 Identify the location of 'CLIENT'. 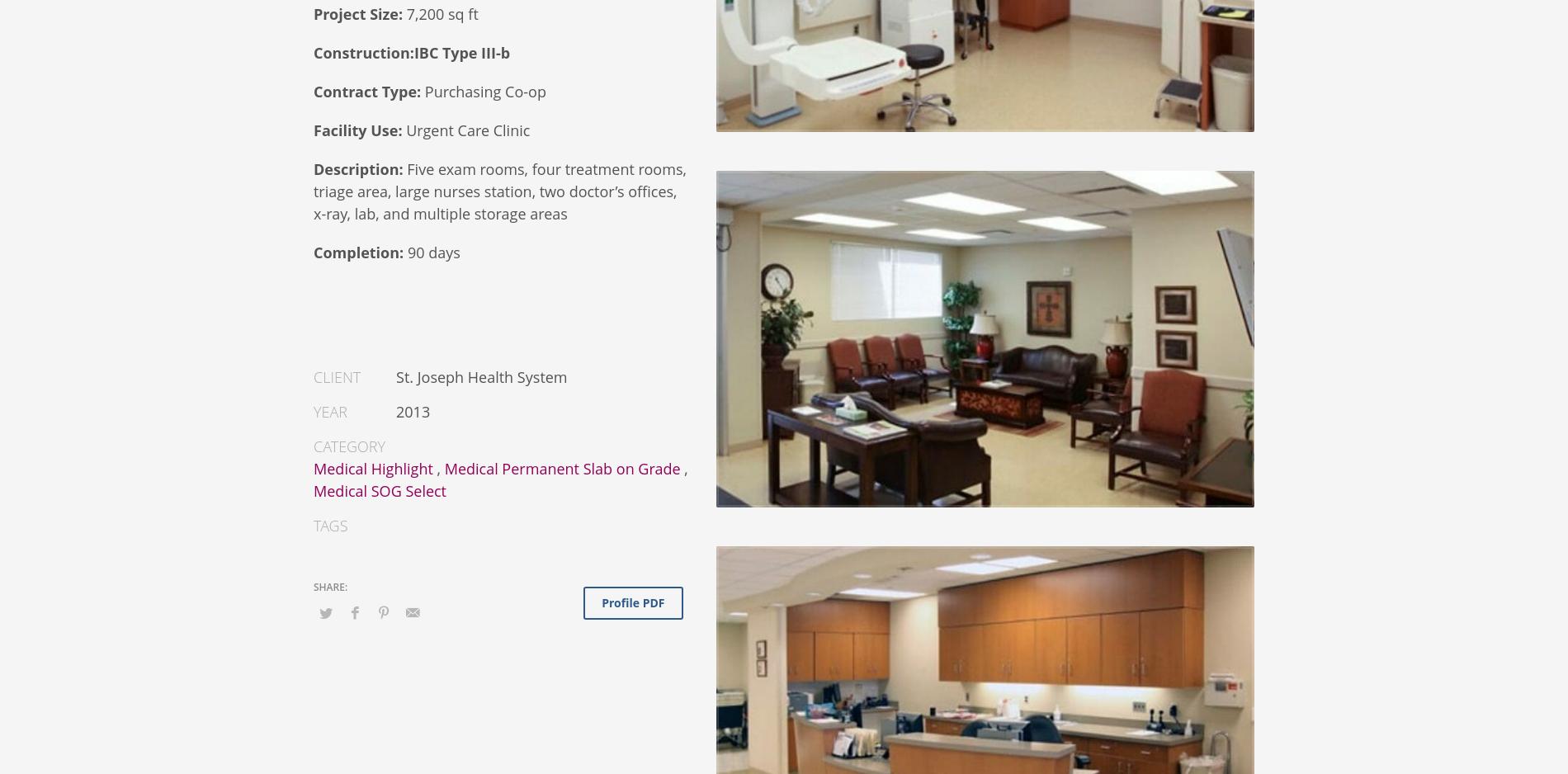
(336, 375).